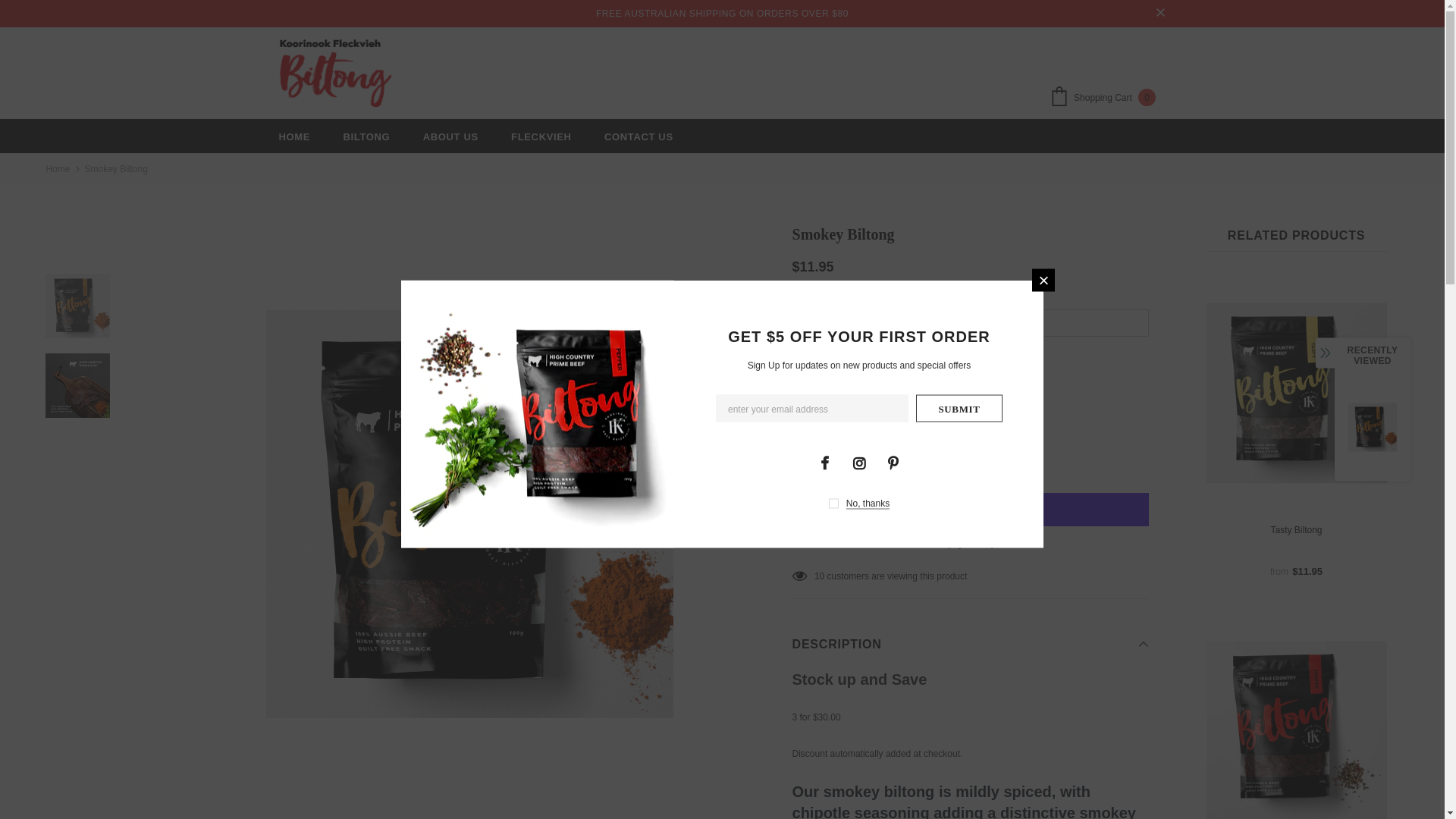 The width and height of the screenshot is (1456, 819). What do you see at coordinates (959, 406) in the screenshot?
I see `'Submit'` at bounding box center [959, 406].